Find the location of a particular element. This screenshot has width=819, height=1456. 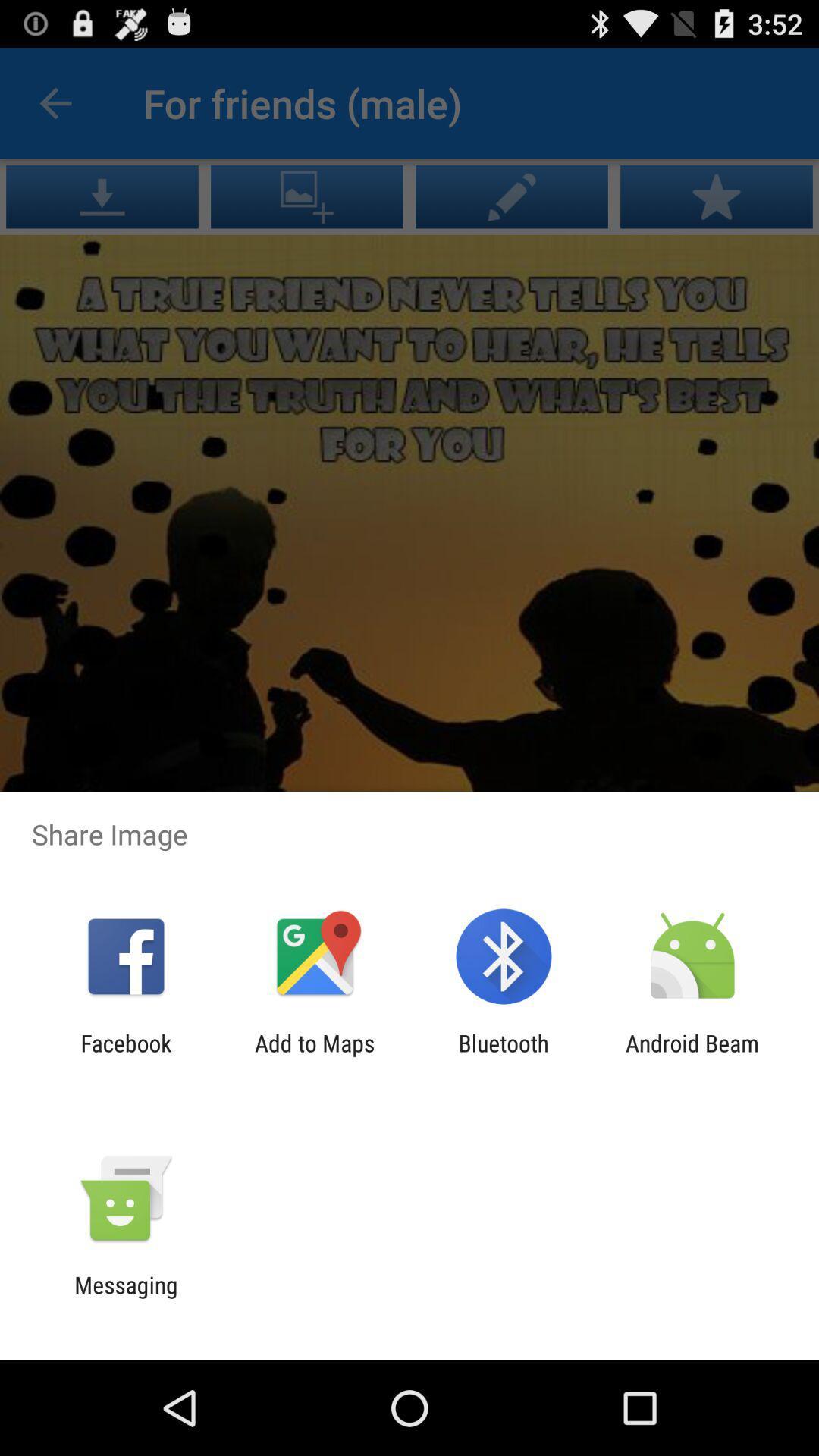

bluetooth item is located at coordinates (504, 1056).